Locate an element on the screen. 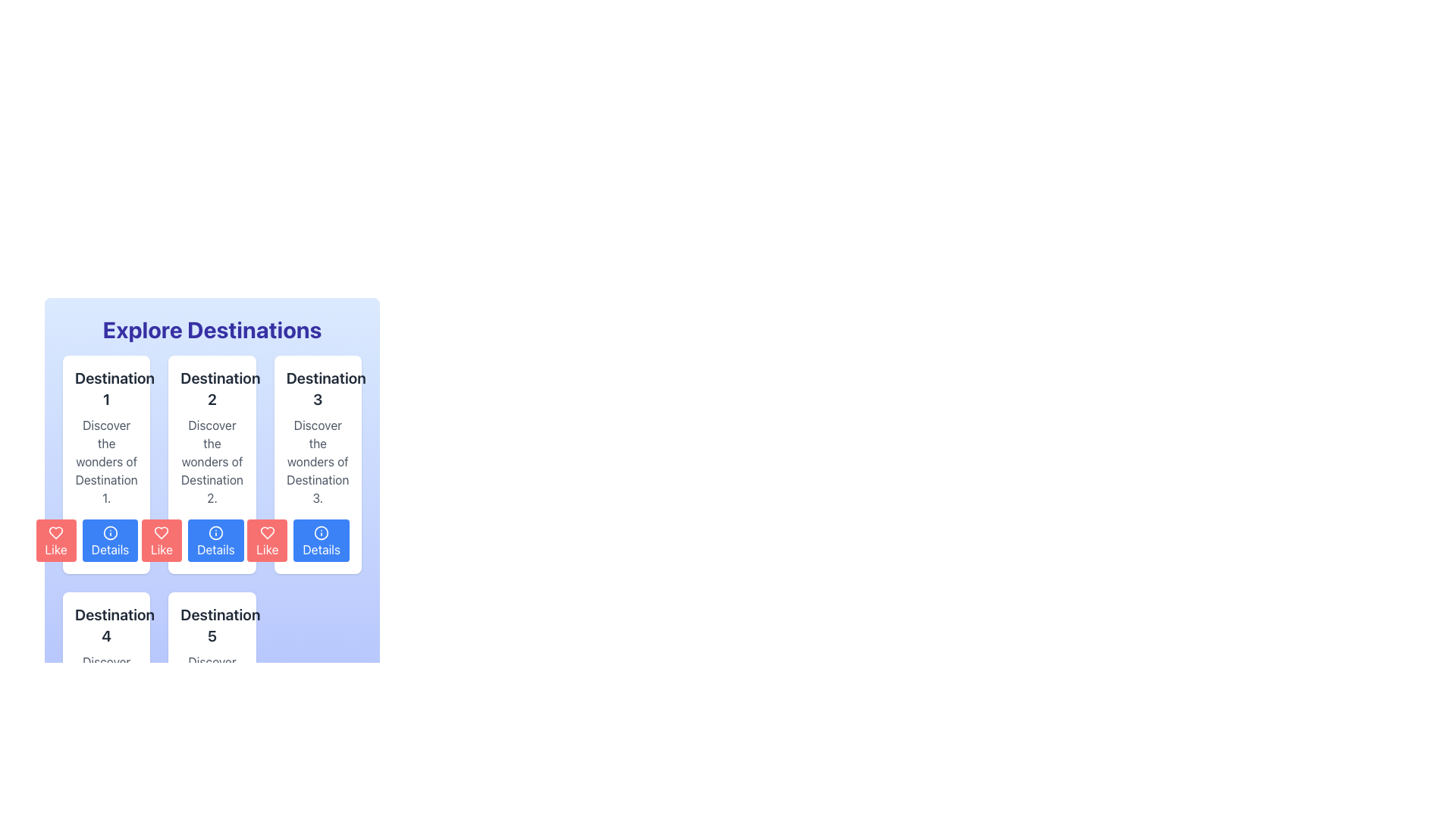 The height and width of the screenshot is (819, 1456). the heart icon inside the 'Like' button for 'Destination 1' is located at coordinates (56, 532).